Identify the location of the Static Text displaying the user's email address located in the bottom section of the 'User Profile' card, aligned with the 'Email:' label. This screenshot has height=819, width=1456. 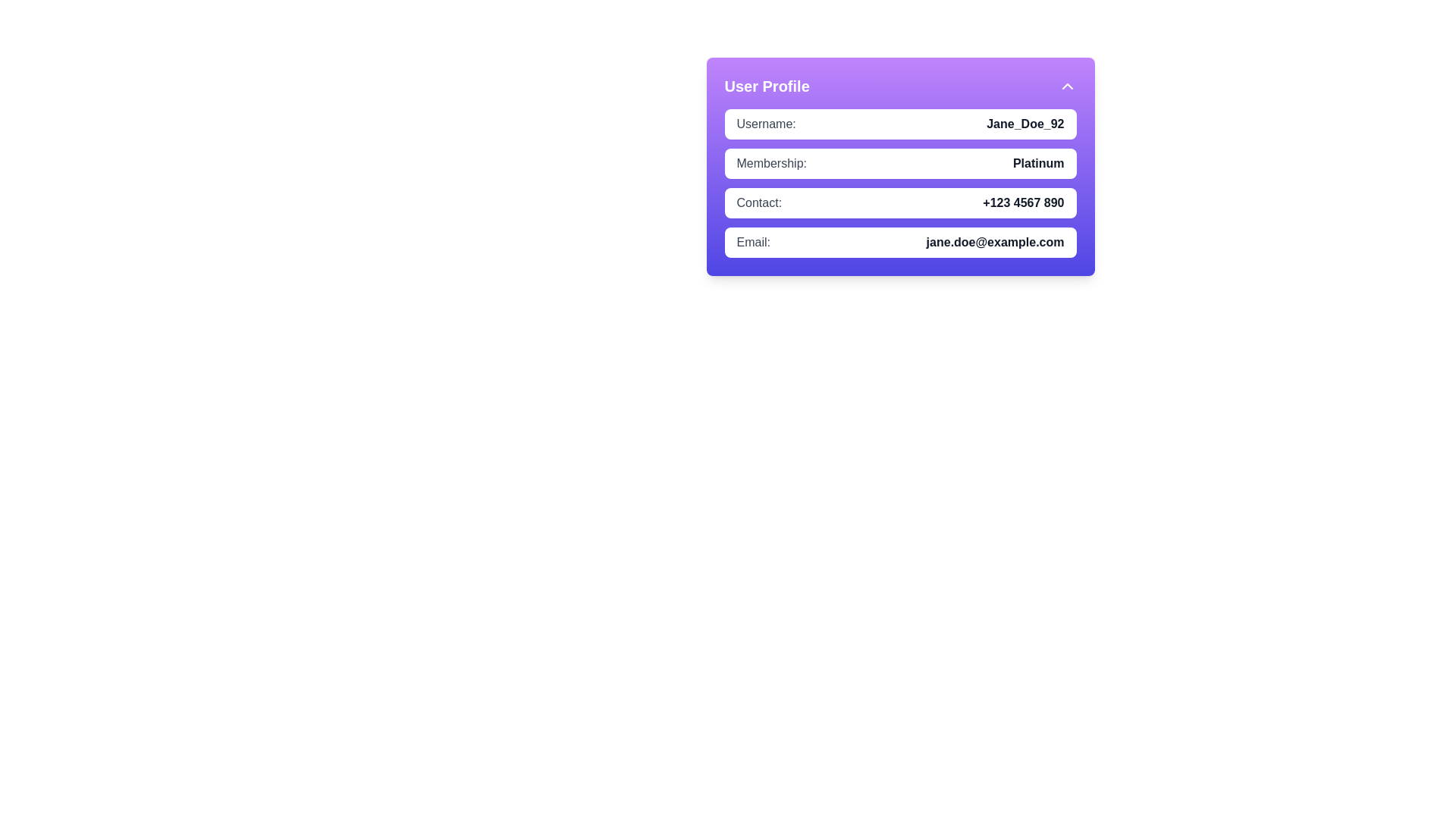
(995, 242).